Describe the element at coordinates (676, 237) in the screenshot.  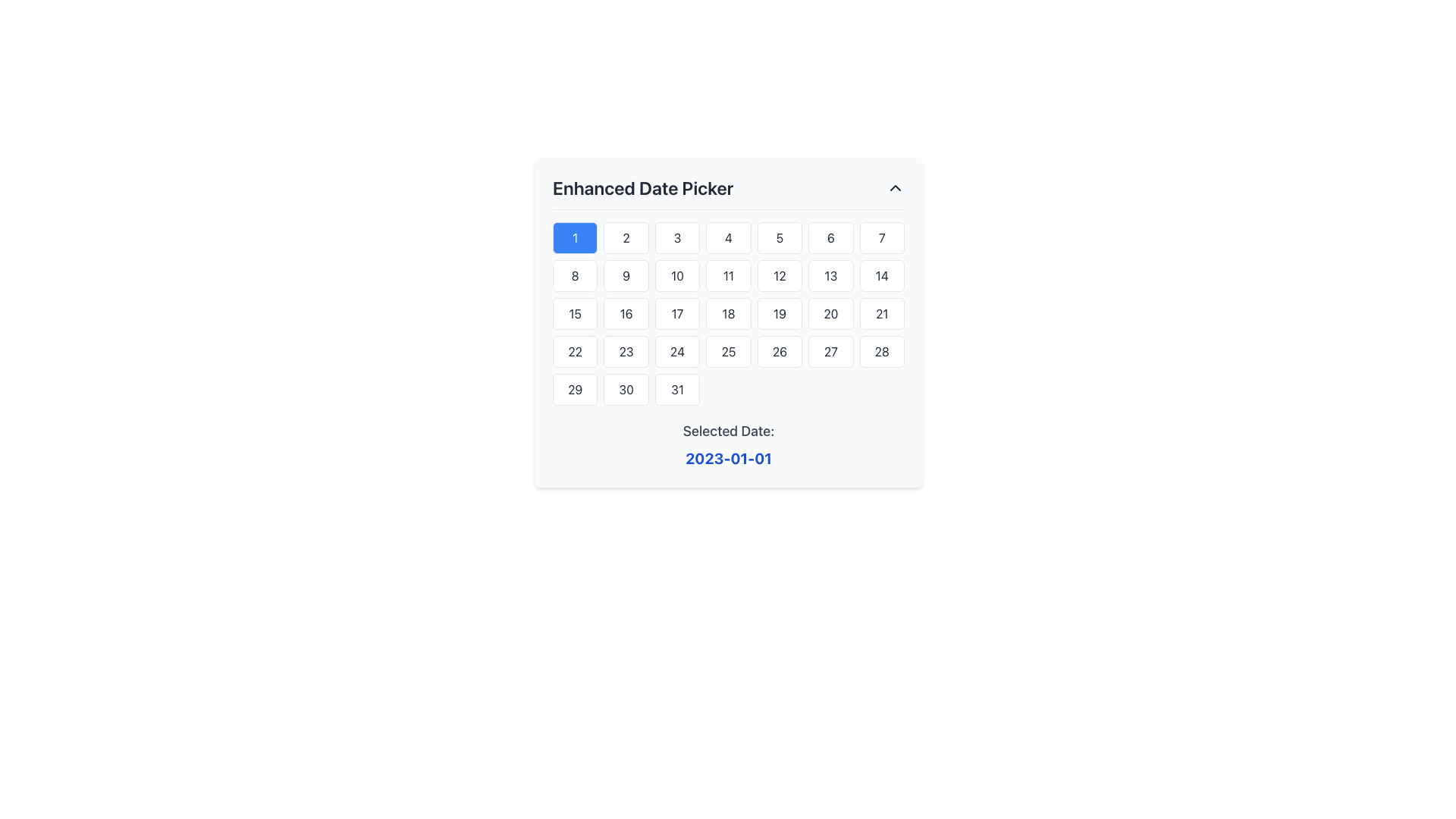
I see `the selectable button for the date represented in the date picker interface, located in the first row, third column of the grid` at that location.